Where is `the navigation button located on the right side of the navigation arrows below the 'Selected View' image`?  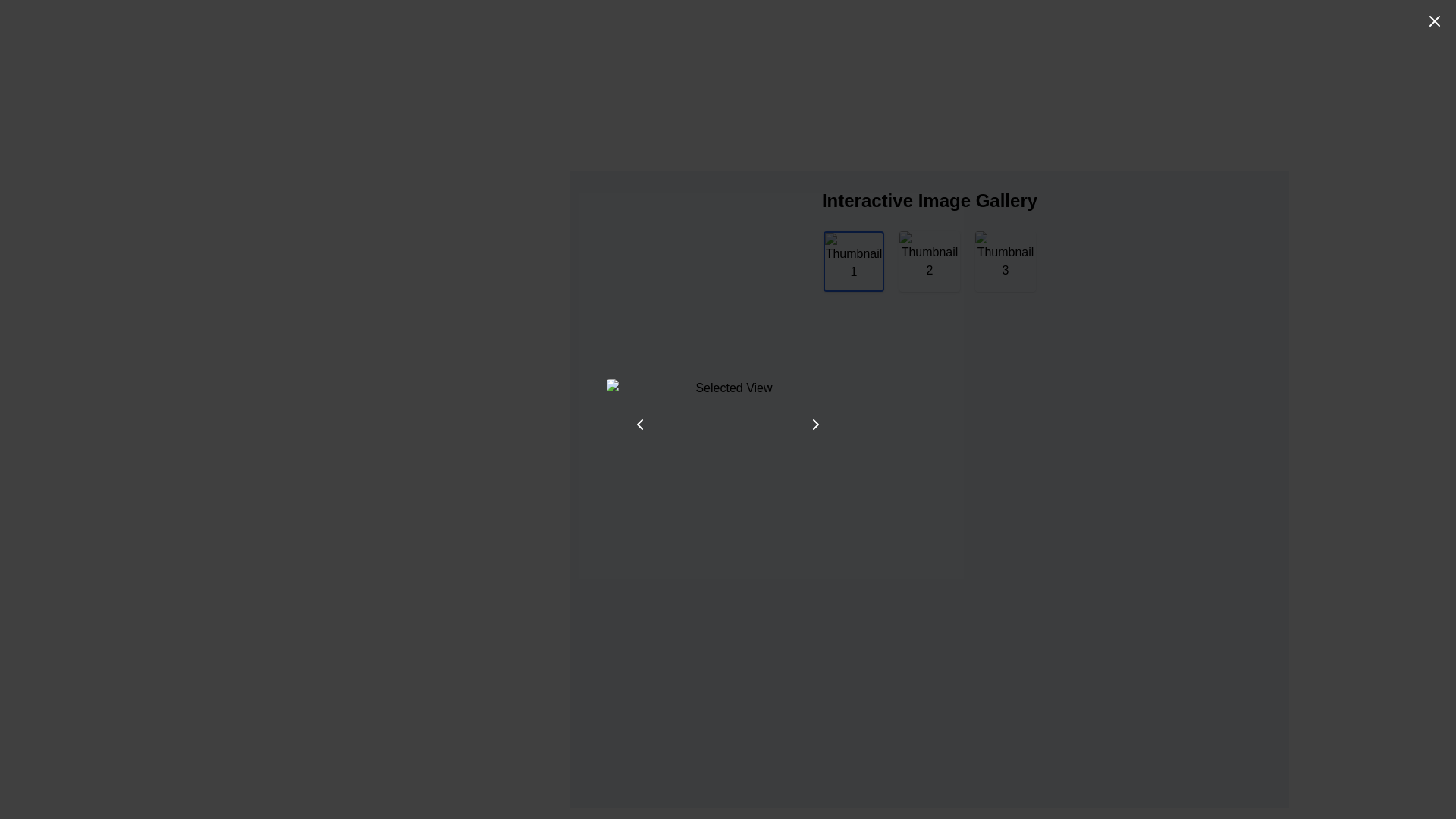 the navigation button located on the right side of the navigation arrows below the 'Selected View' image is located at coordinates (814, 424).